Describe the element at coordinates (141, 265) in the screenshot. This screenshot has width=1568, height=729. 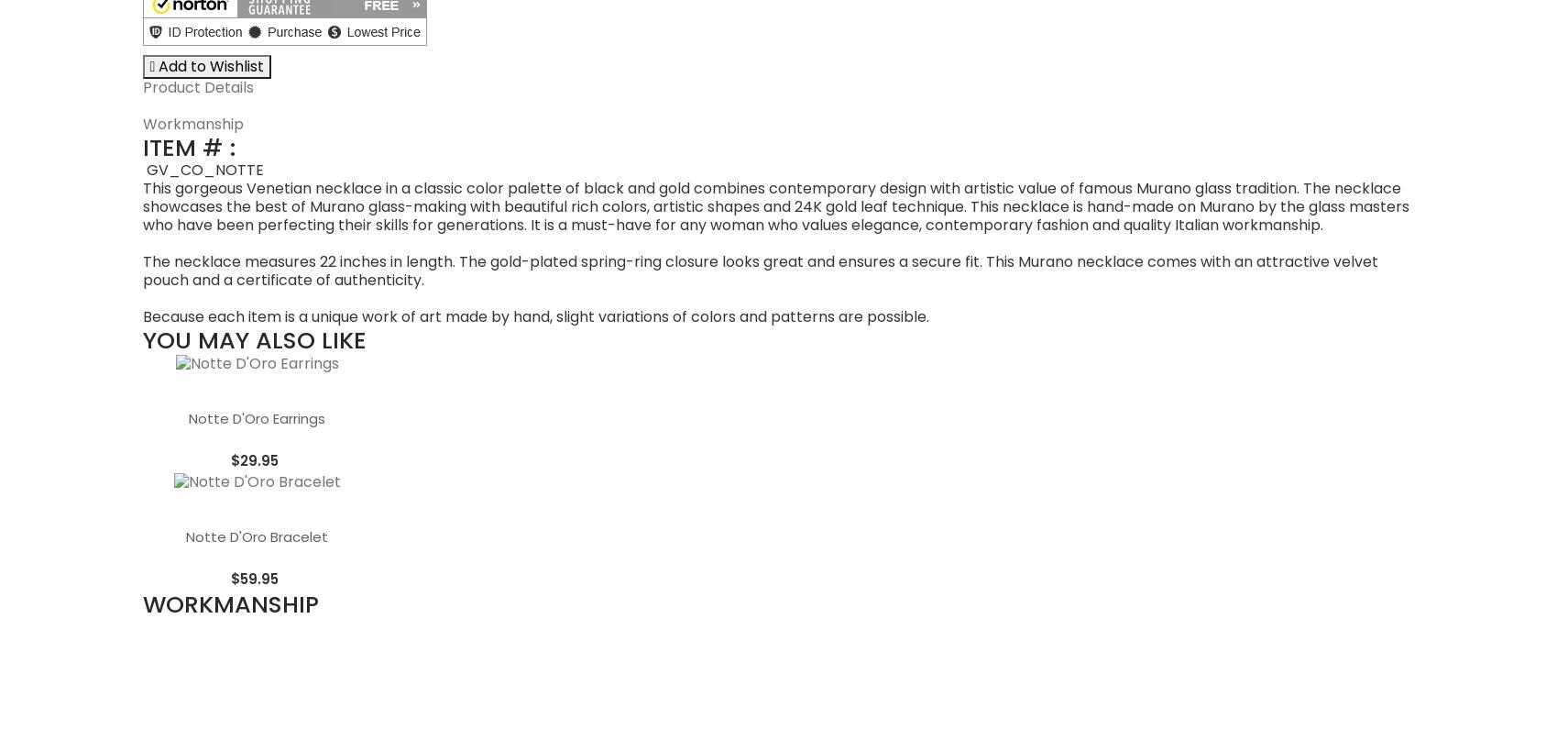
I see `'Workmanship'` at that location.